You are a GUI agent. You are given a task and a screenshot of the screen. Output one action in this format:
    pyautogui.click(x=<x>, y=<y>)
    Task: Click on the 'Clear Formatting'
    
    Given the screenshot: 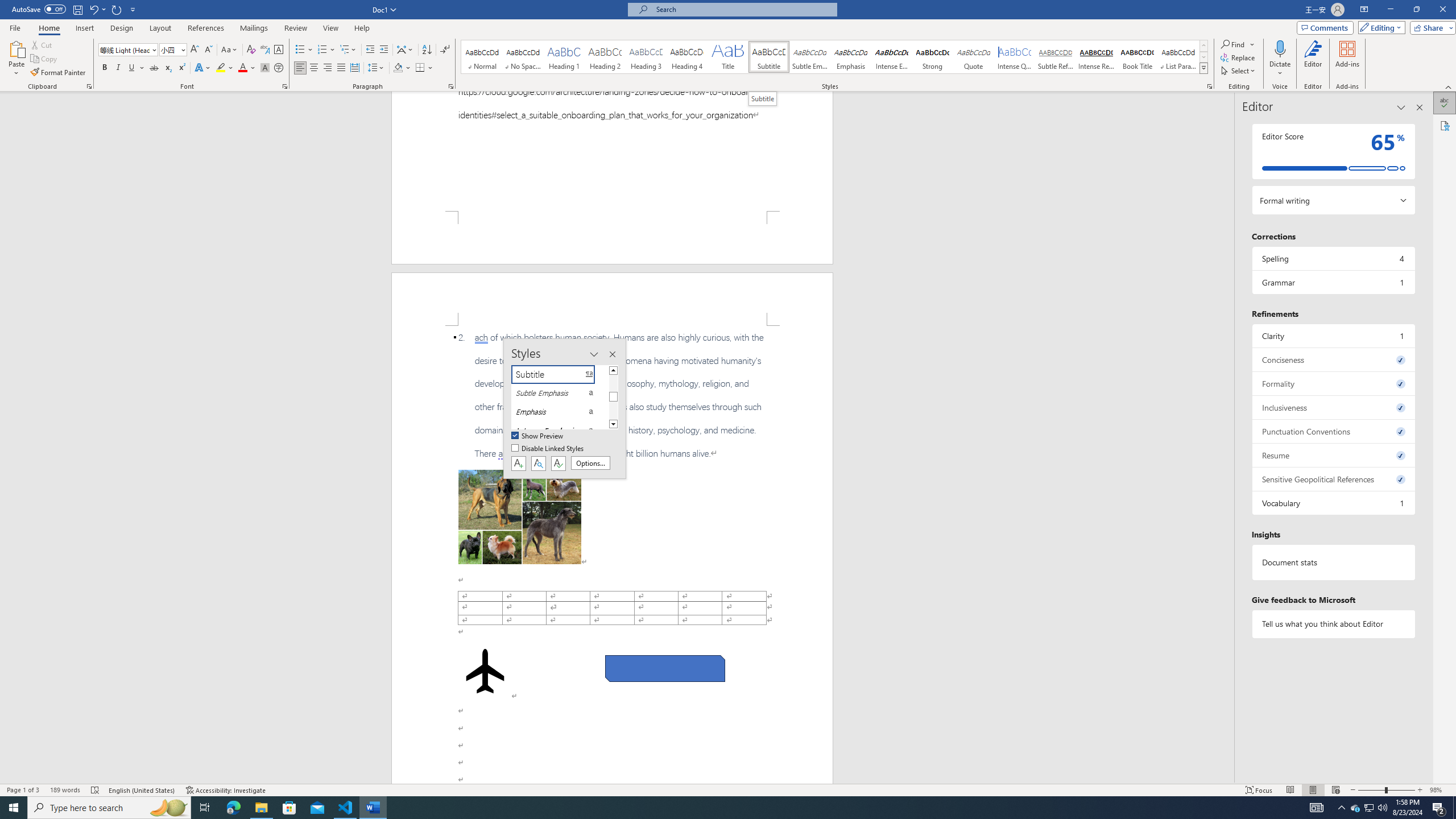 What is the action you would take?
    pyautogui.click(x=250, y=49)
    